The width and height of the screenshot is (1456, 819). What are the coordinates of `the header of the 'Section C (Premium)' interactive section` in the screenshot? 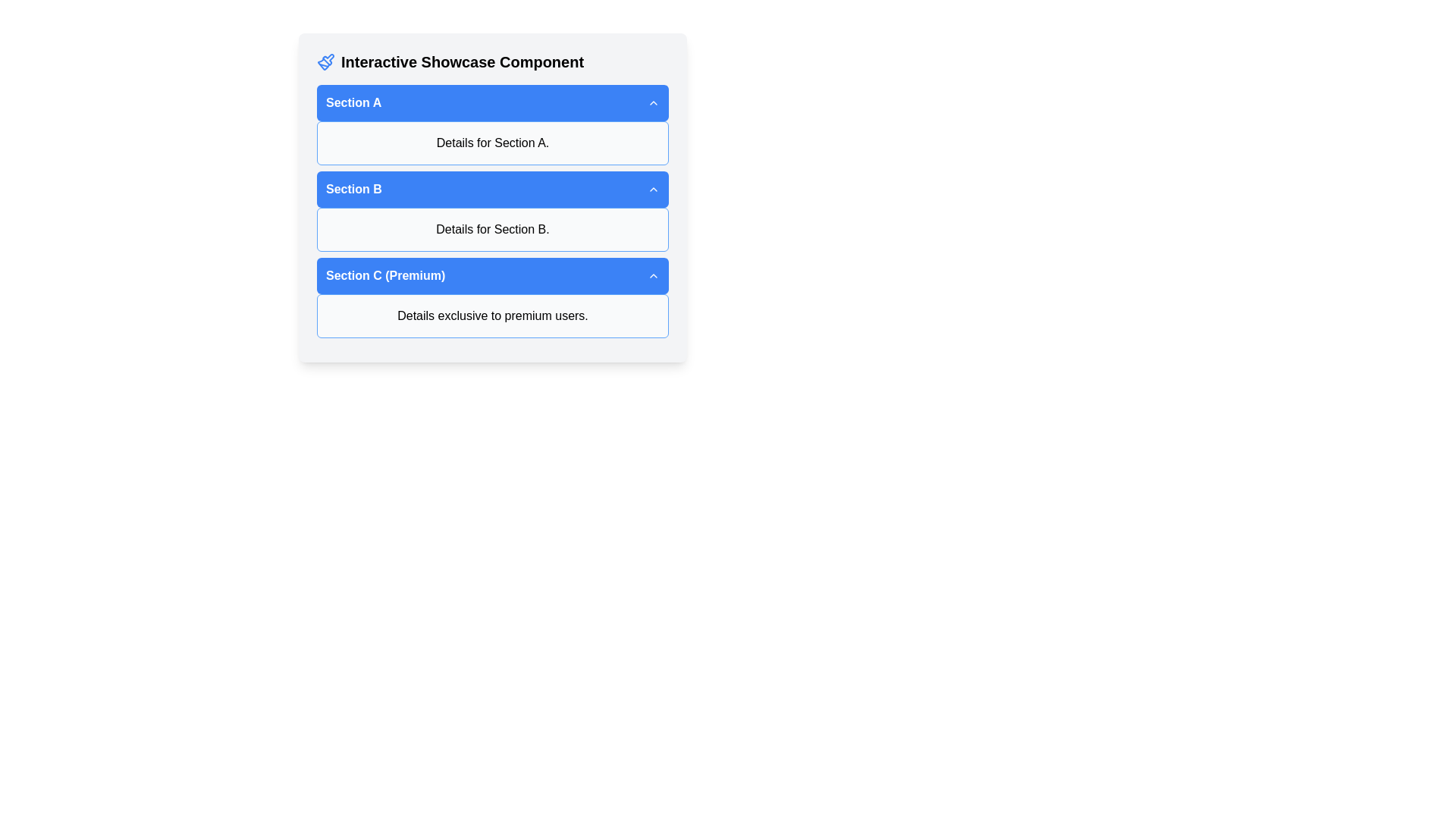 It's located at (492, 298).